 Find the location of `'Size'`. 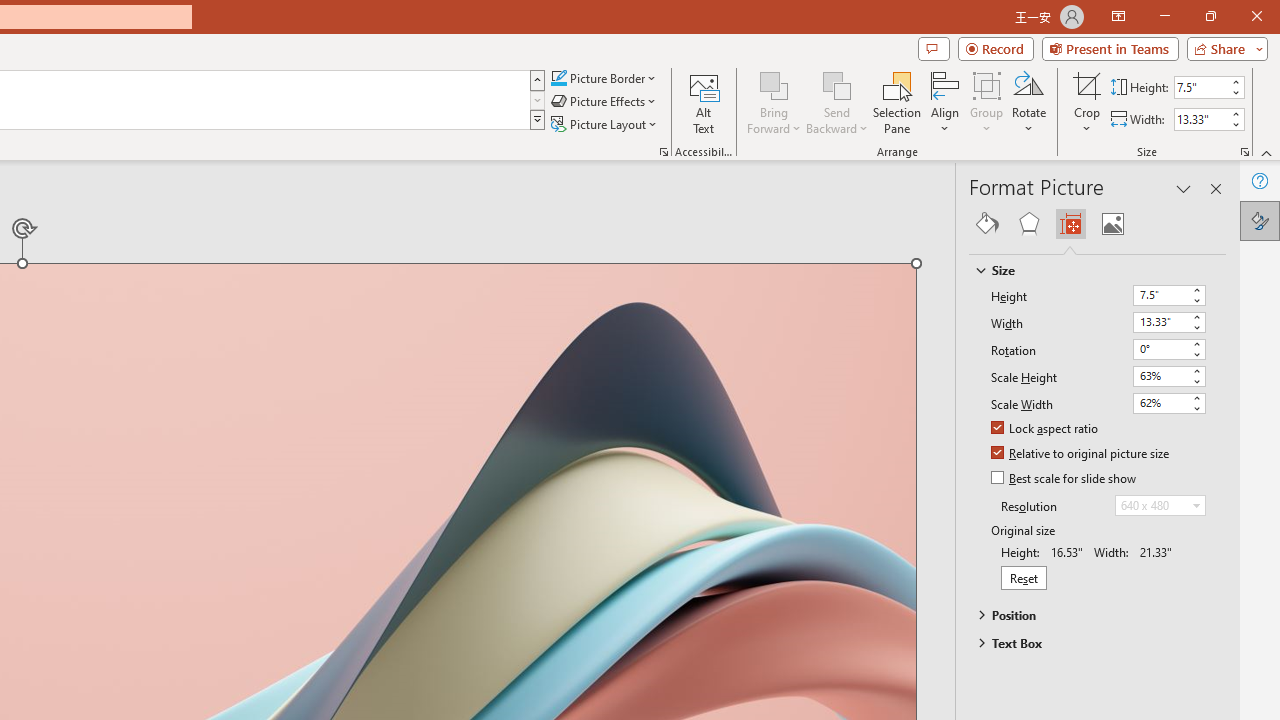

'Size' is located at coordinates (1087, 270).